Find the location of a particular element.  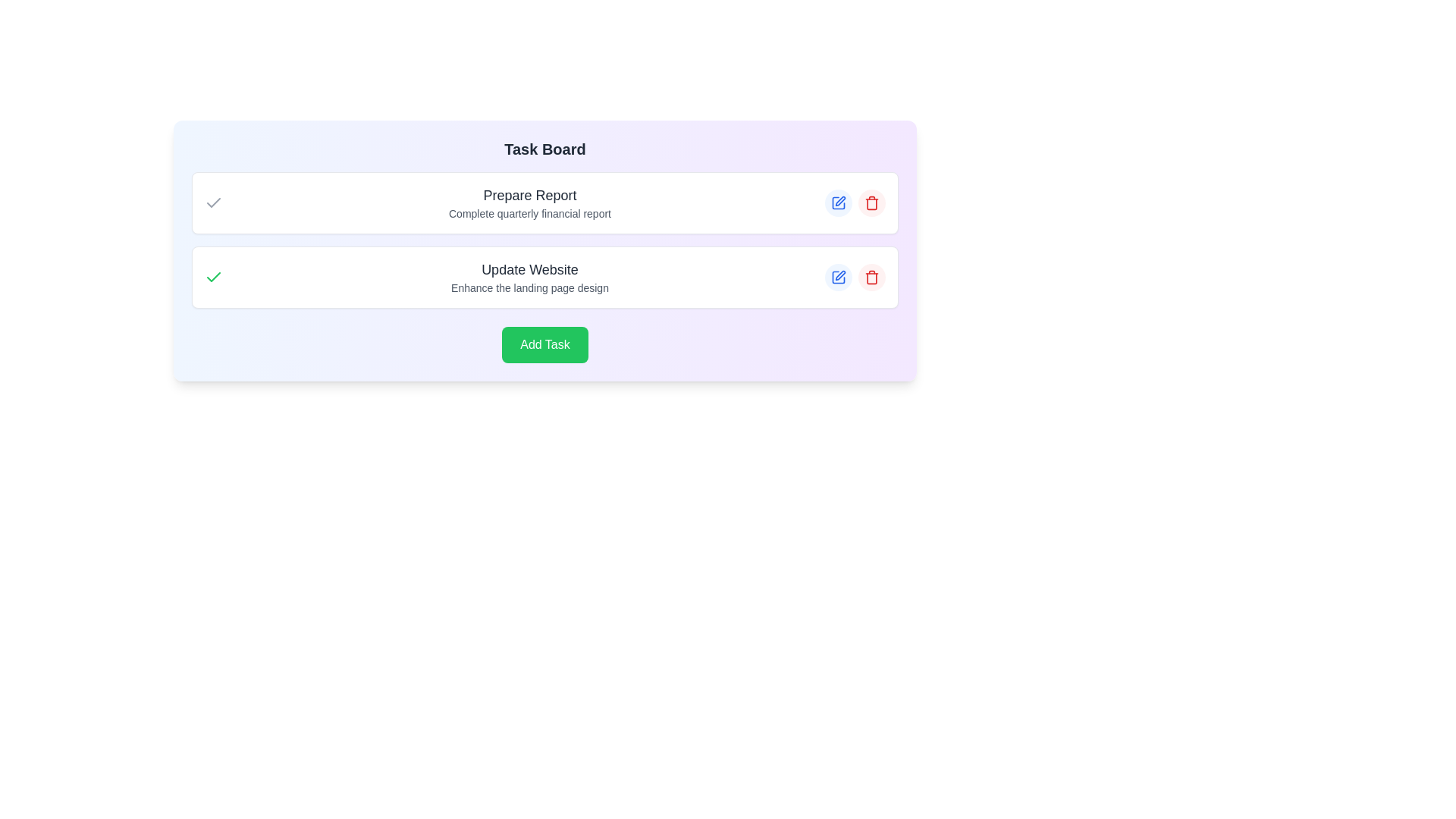

the Icon button, which is the second icon to the right of the 'Update Website' task in the task board located in the second task row beneath the 'Prepare Report' task row is located at coordinates (839, 275).